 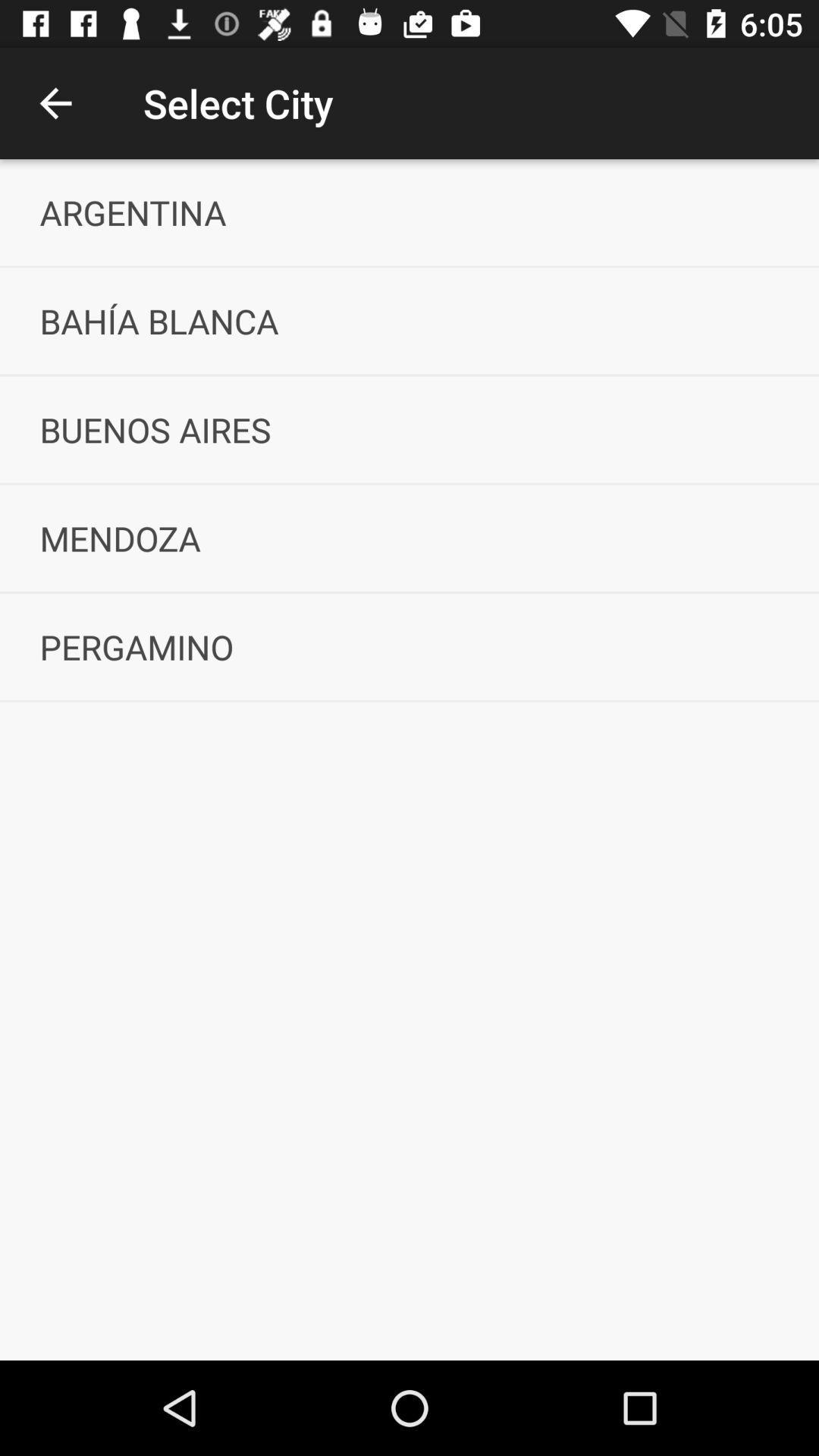 I want to click on mendoza, so click(x=409, y=538).